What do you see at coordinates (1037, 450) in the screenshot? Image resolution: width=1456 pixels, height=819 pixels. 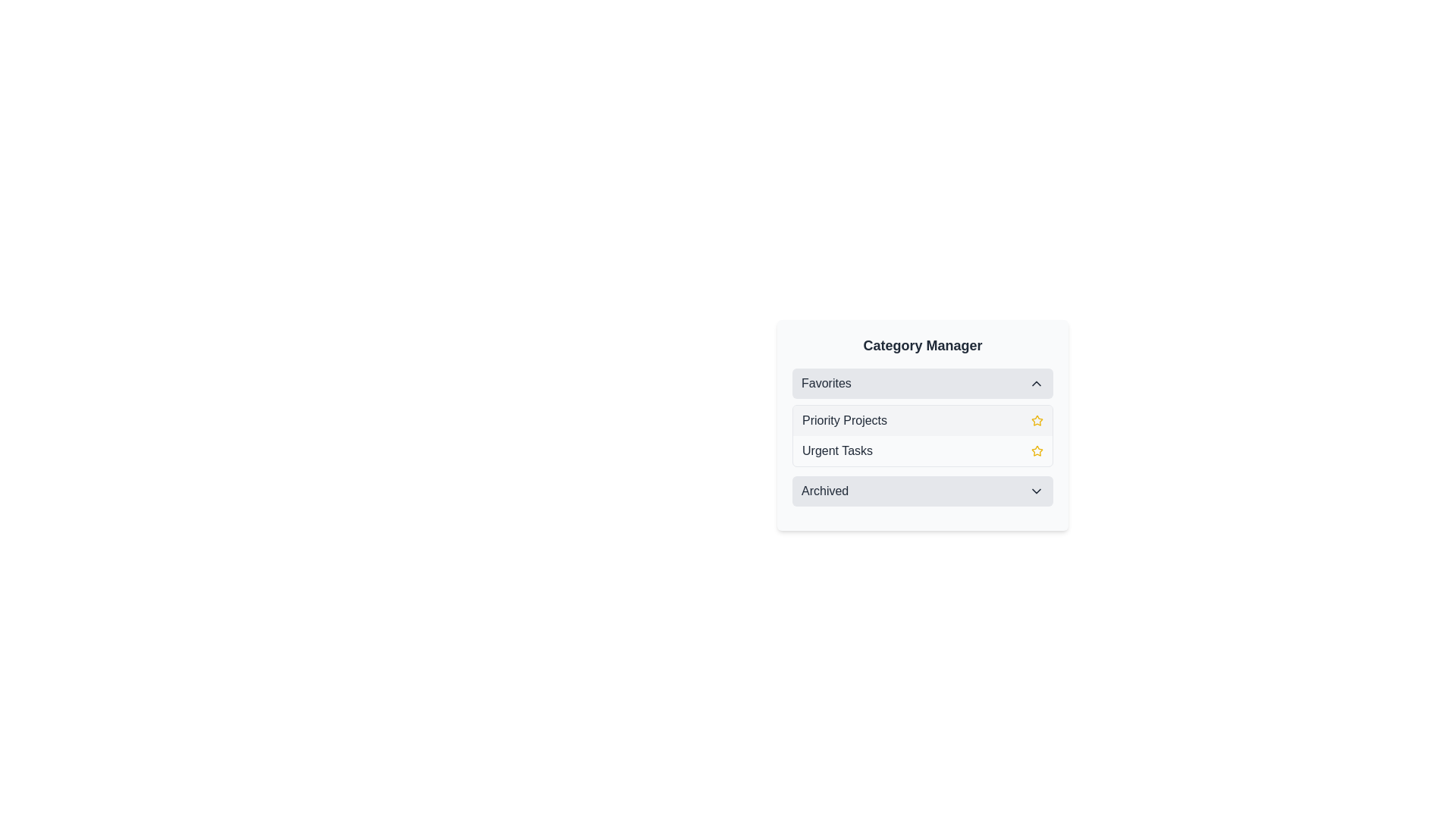 I see `the star icon located at the right end of the 'Urgent Tasks' row` at bounding box center [1037, 450].